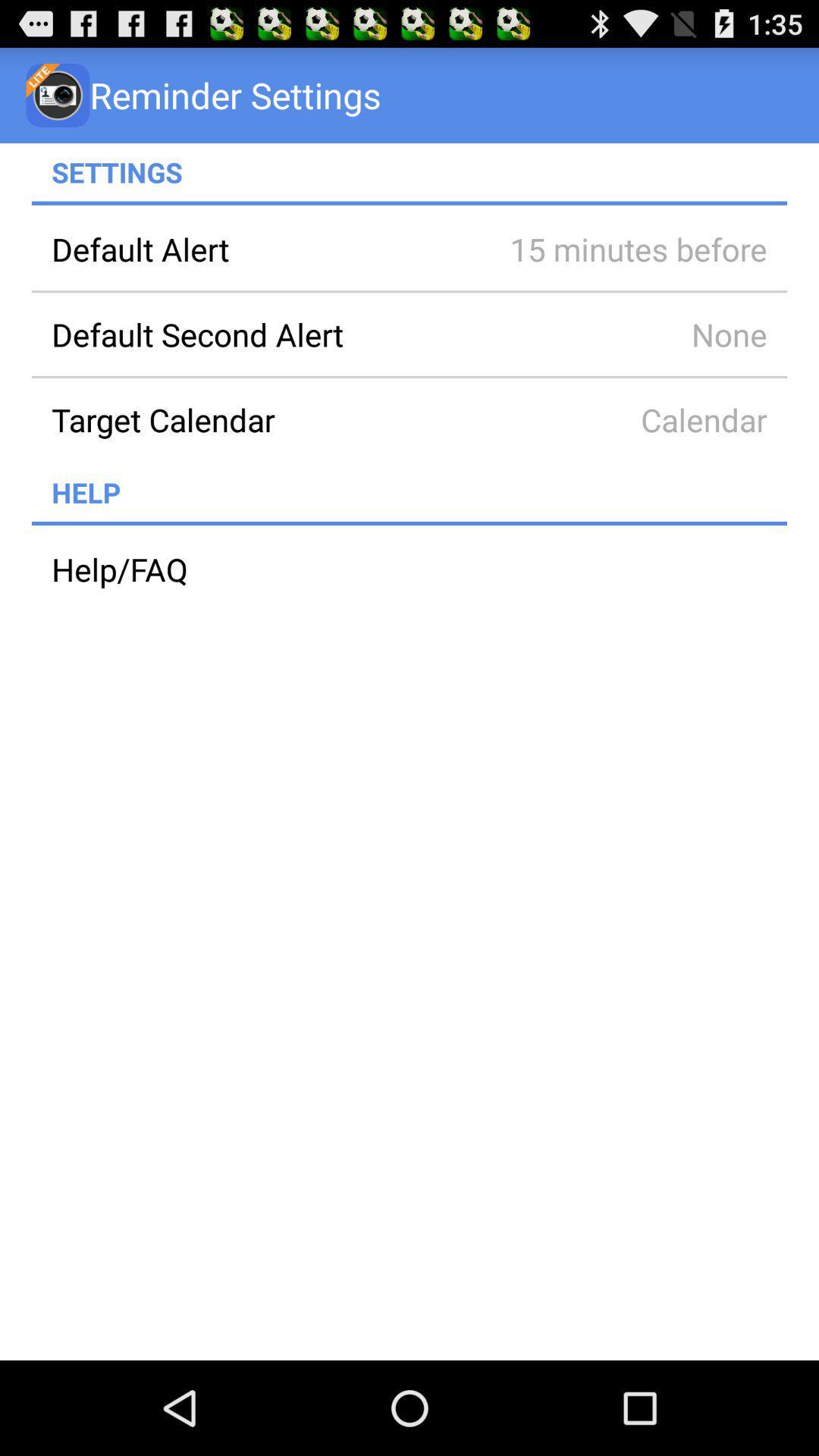 This screenshot has width=819, height=1456. Describe the element at coordinates (259, 419) in the screenshot. I see `the item above the help item` at that location.